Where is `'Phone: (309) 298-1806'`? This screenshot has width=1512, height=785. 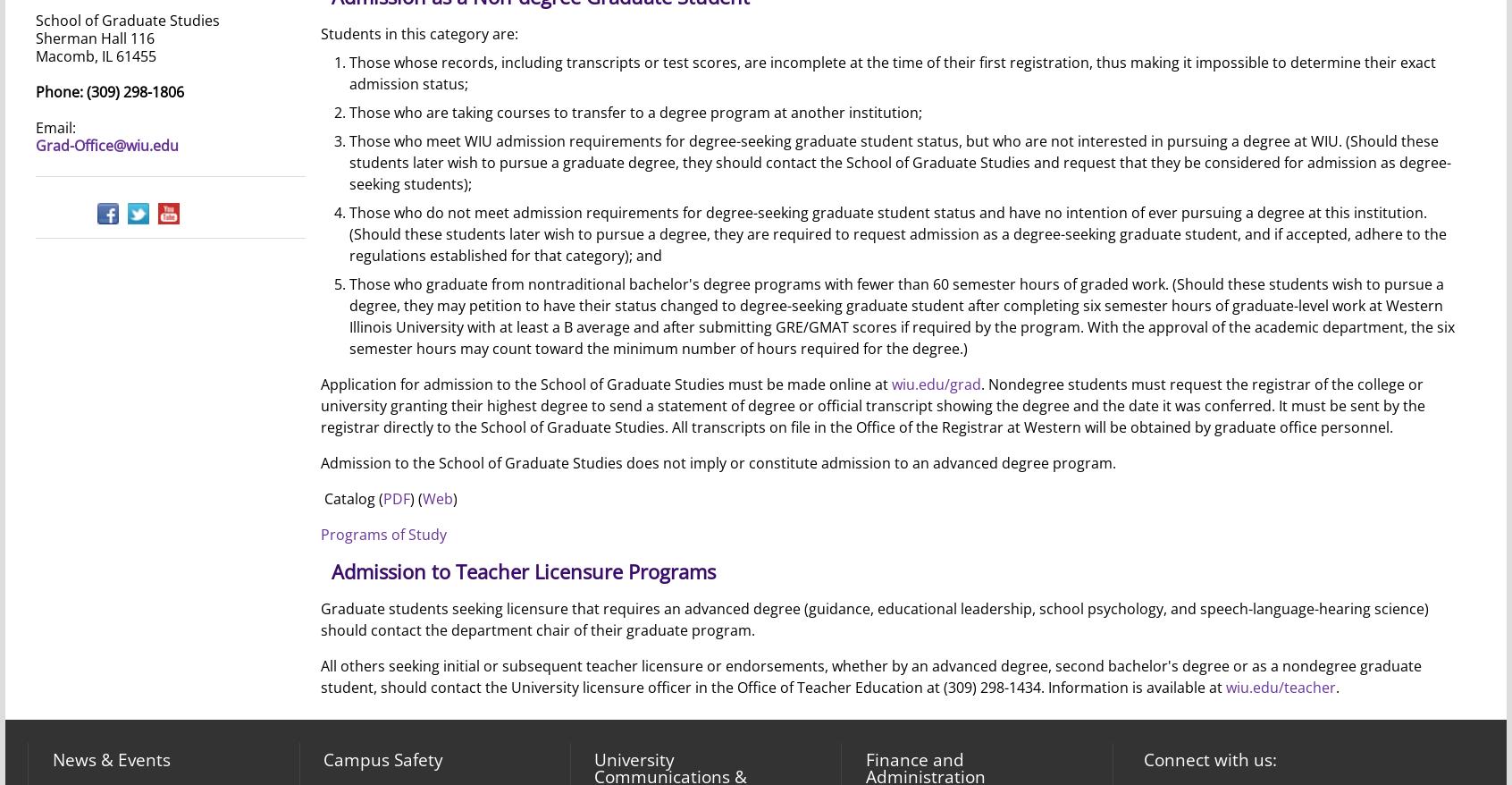 'Phone: (309) 298-1806' is located at coordinates (108, 90).